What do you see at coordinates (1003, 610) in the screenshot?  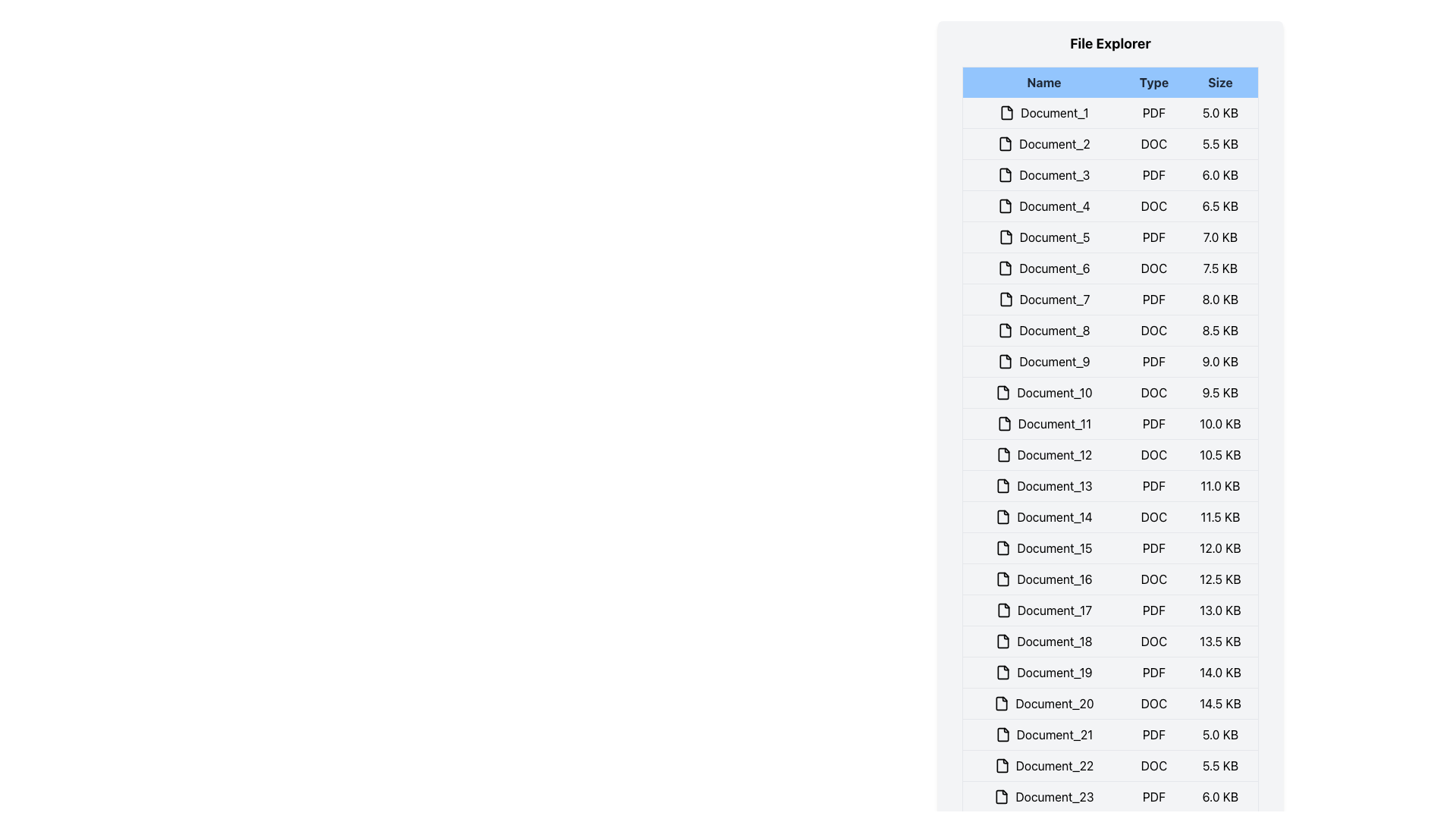 I see `the document icon representing 'Document_17' in the file list interface, which is a rectangular icon with rounded corners and a folded upper-right corner` at bounding box center [1003, 610].